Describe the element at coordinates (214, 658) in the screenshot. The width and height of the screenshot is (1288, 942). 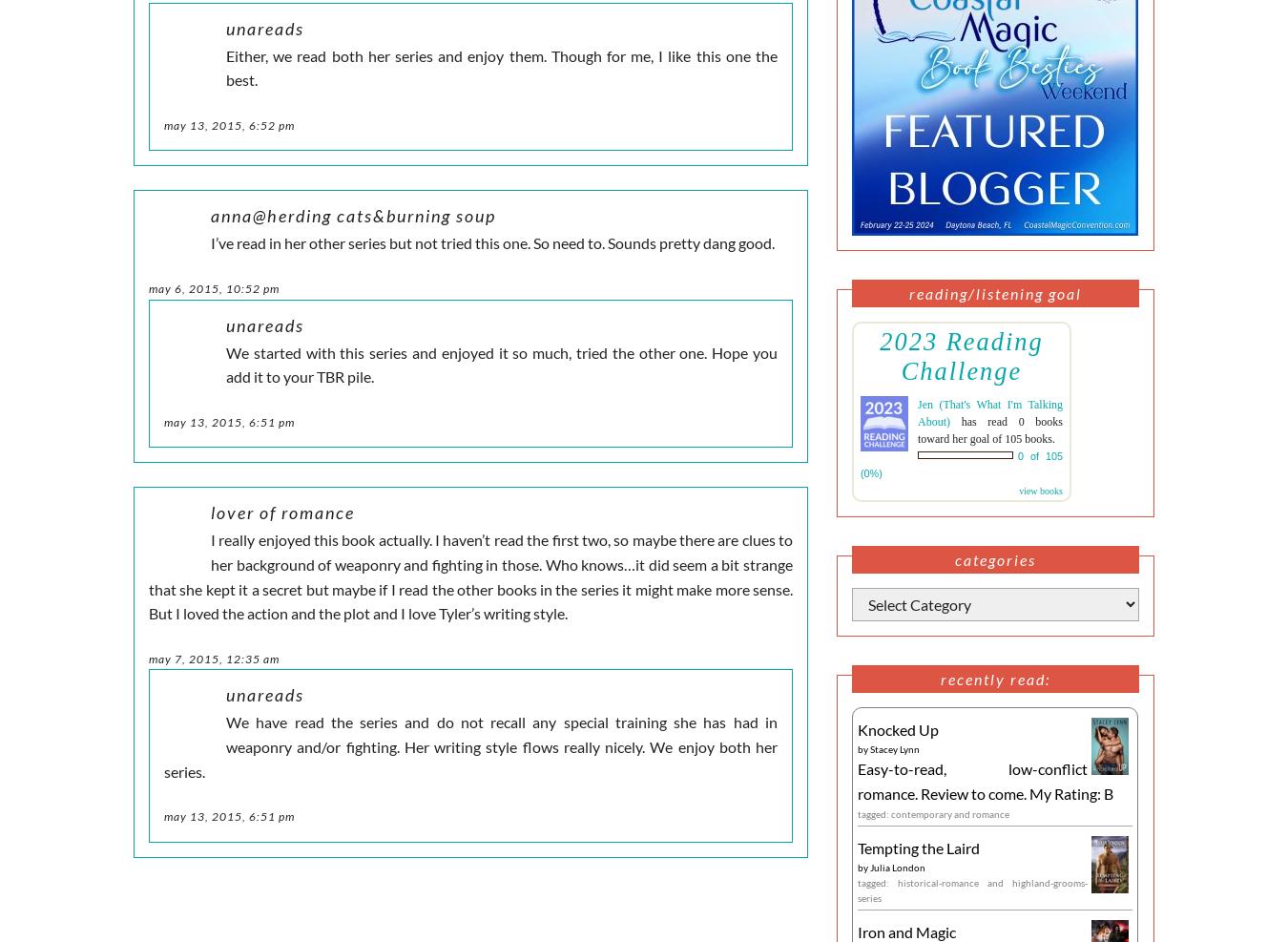
I see `'May 7, 2015, 12:35 am'` at that location.